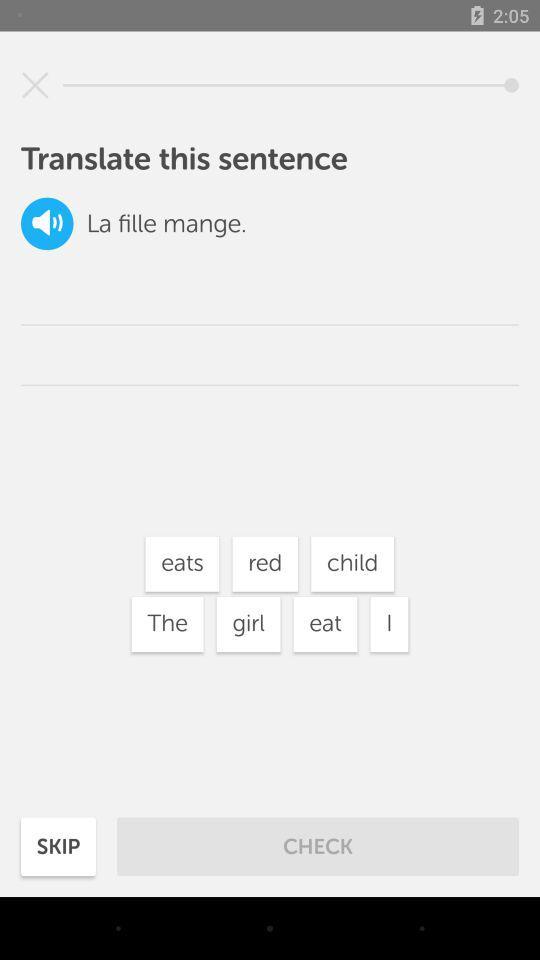  What do you see at coordinates (389, 623) in the screenshot?
I see `the icon on the right` at bounding box center [389, 623].